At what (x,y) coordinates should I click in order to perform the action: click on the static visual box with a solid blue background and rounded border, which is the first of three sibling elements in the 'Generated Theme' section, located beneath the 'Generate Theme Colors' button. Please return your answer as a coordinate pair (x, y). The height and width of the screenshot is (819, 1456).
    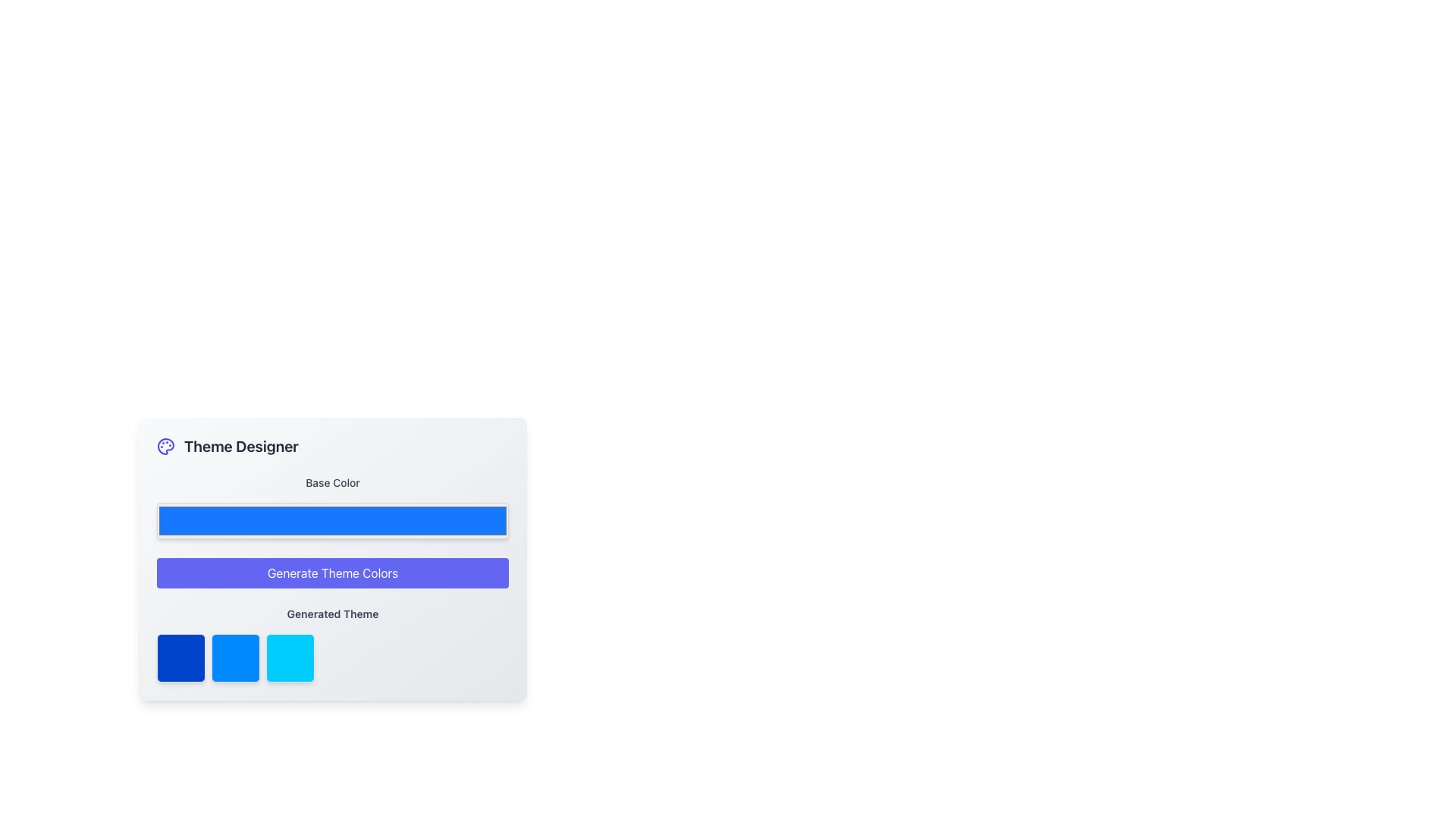
    Looking at the image, I should click on (181, 657).